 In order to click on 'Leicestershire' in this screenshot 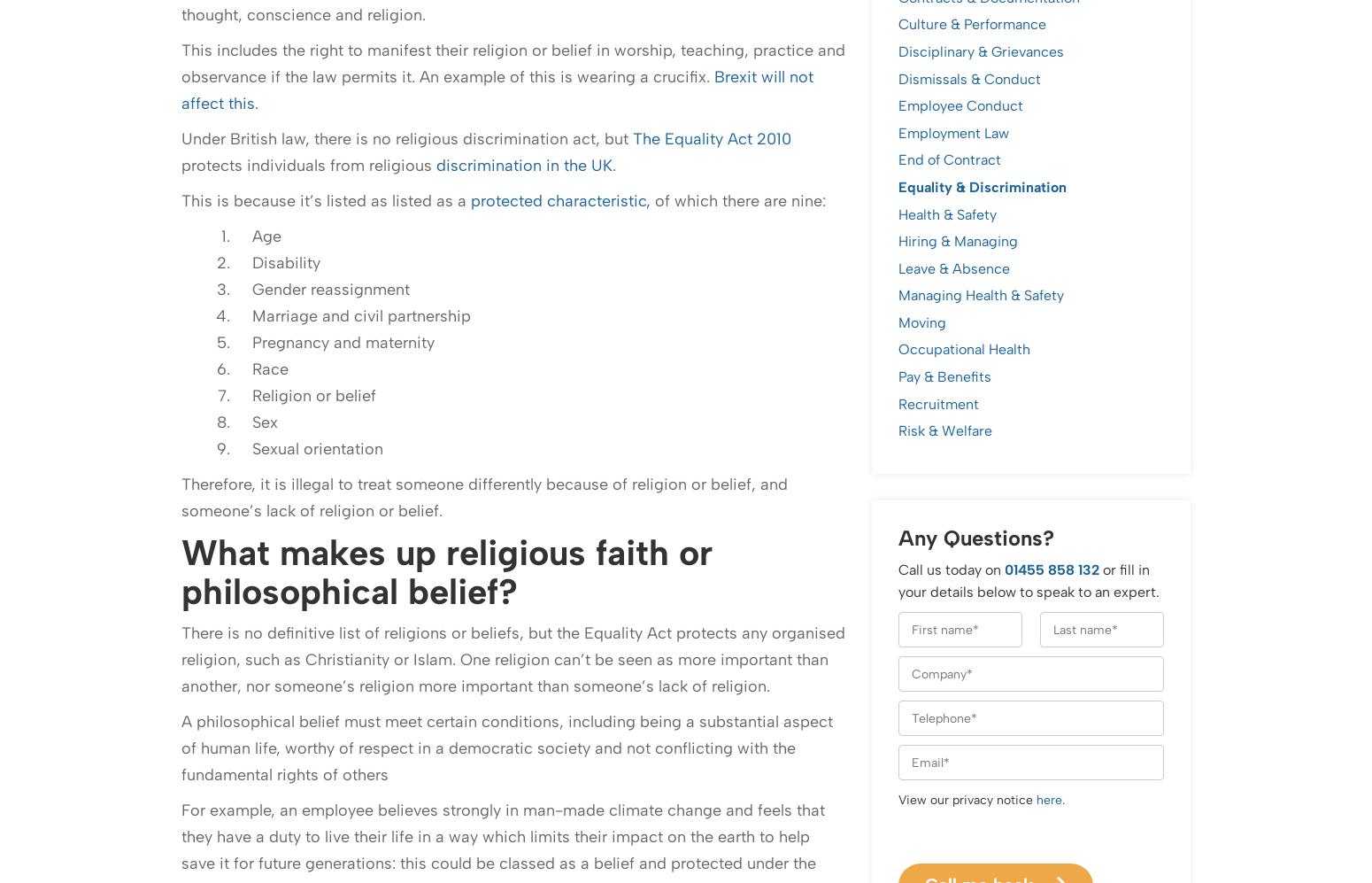, I will do `click(181, 808)`.